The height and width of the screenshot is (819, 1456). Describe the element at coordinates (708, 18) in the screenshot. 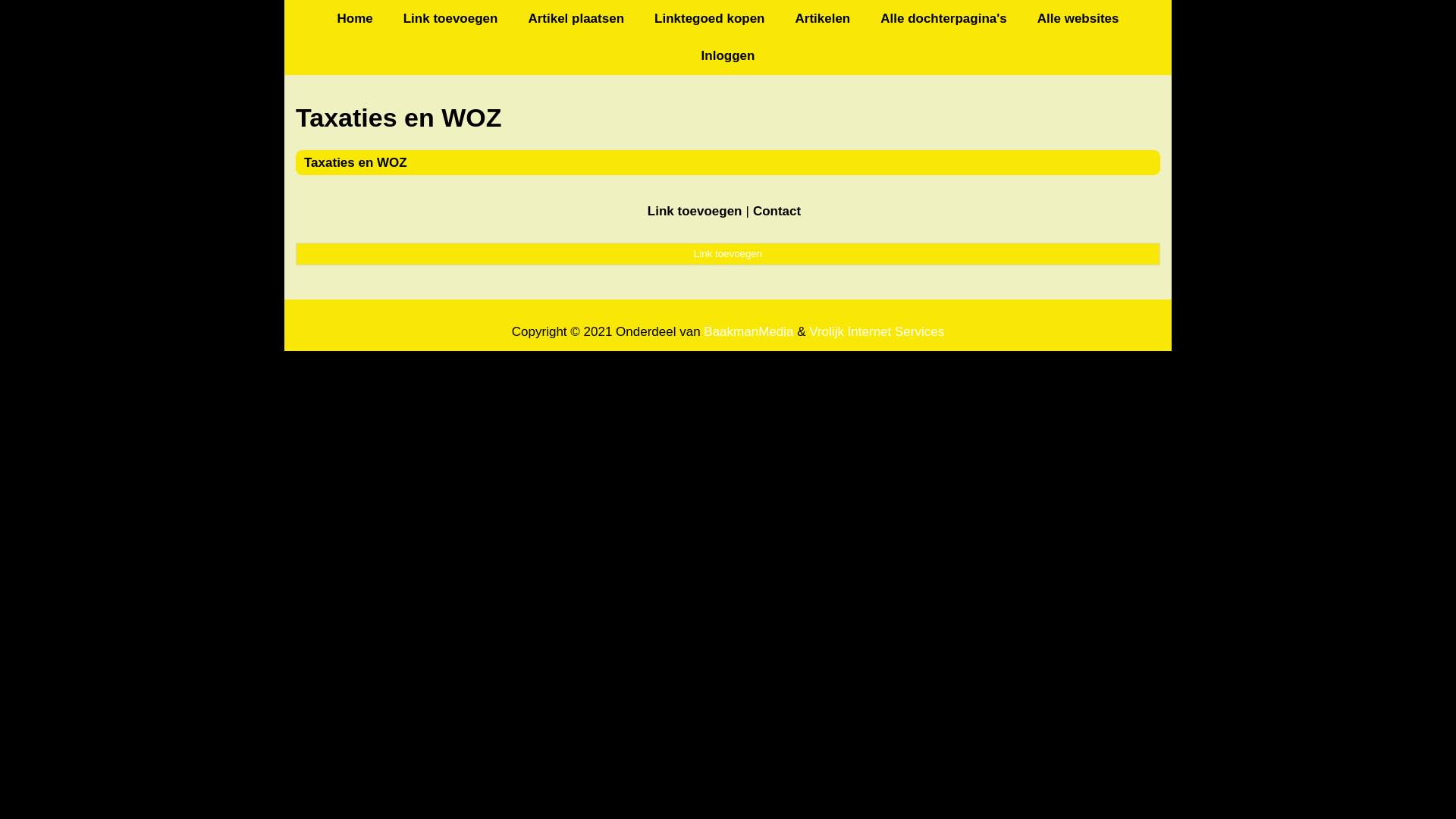

I see `'Linktegoed kopen'` at that location.